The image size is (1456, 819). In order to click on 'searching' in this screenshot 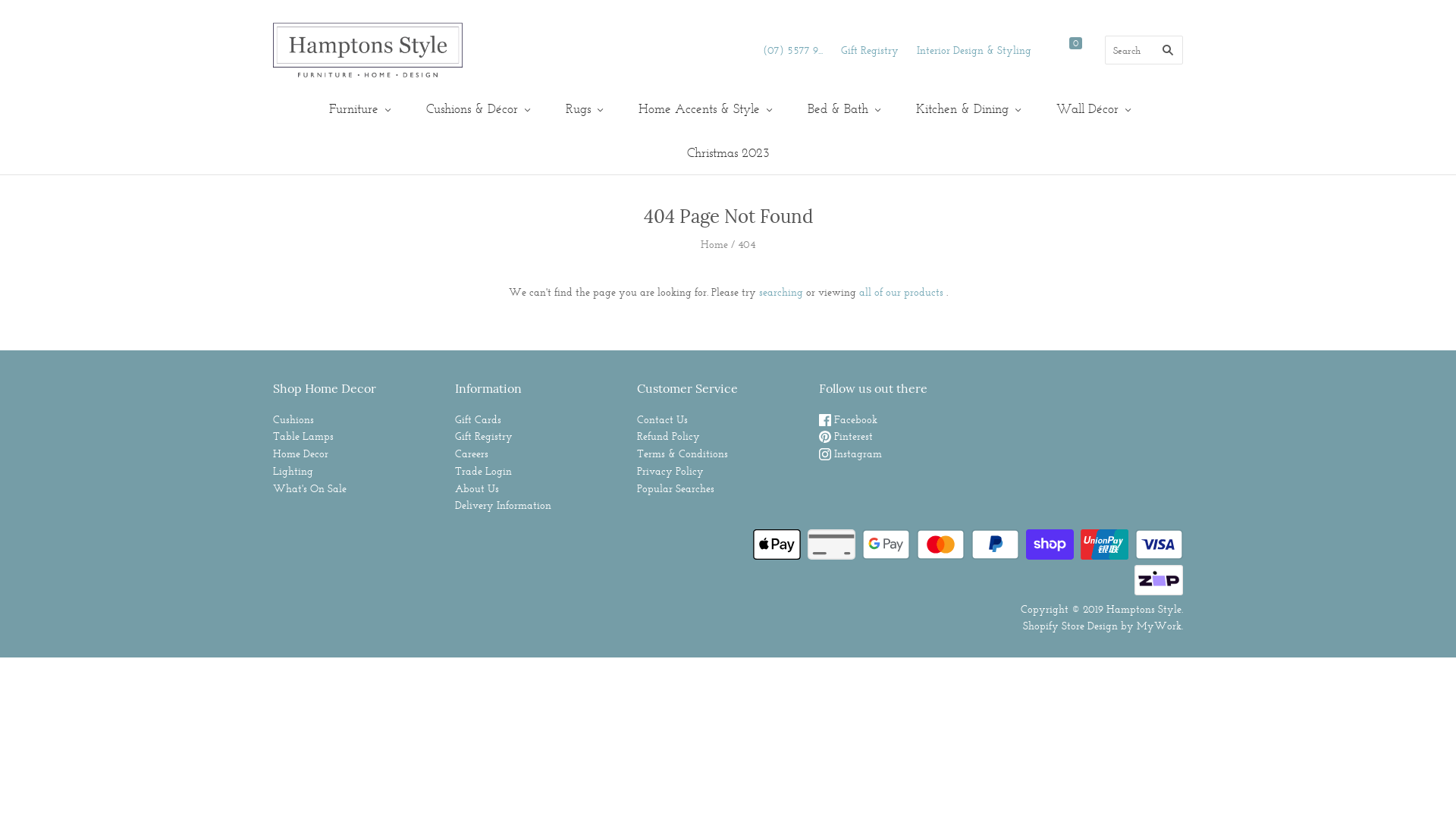, I will do `click(780, 292)`.